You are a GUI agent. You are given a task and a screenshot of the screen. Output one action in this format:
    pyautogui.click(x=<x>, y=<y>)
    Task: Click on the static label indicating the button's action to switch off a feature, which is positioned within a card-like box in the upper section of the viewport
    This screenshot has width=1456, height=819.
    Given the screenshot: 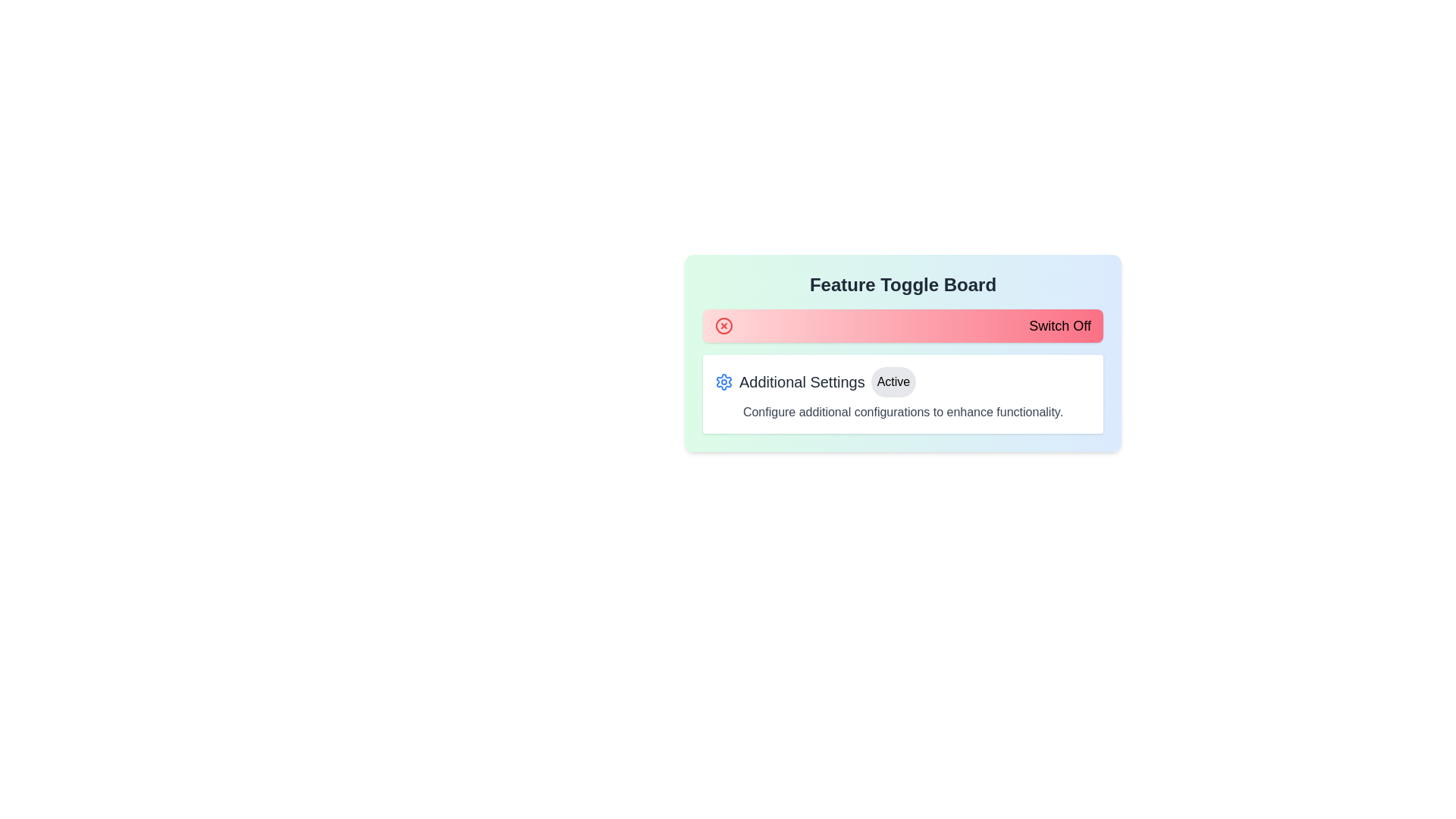 What is the action you would take?
    pyautogui.click(x=1059, y=325)
    